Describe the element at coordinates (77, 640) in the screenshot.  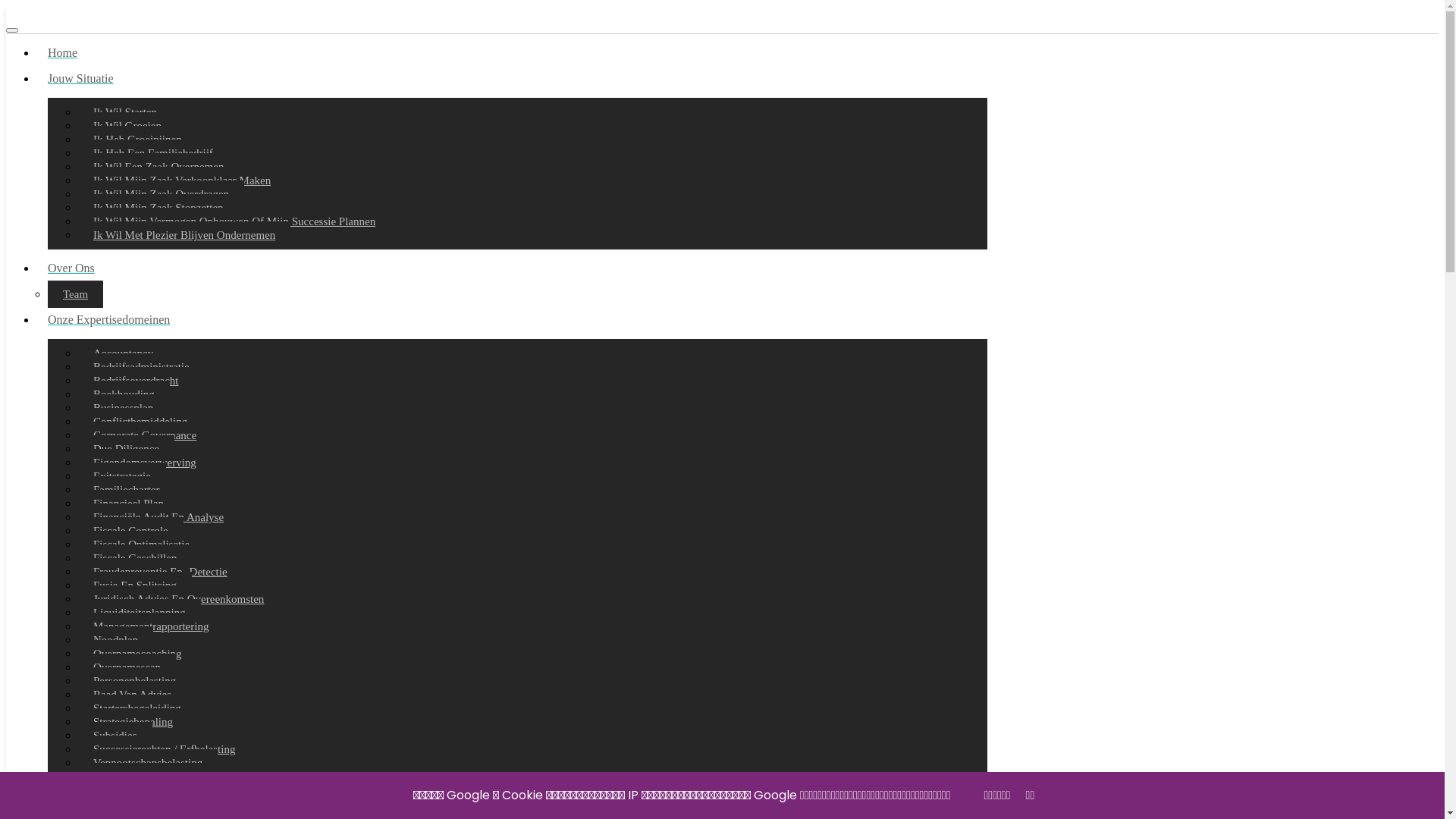
I see `'Noodplan'` at that location.